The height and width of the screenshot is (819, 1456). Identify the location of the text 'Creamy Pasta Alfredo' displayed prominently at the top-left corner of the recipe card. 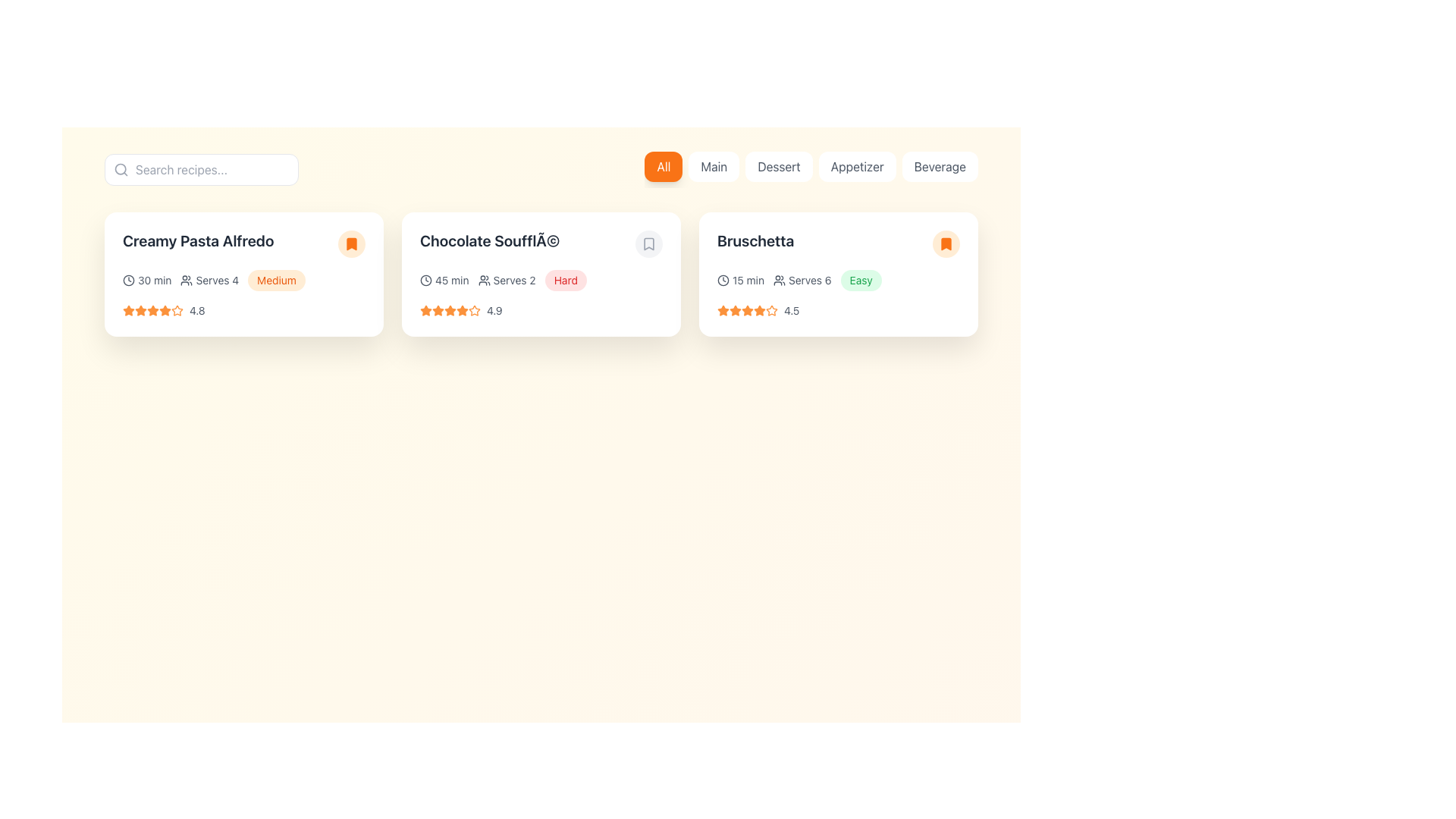
(197, 240).